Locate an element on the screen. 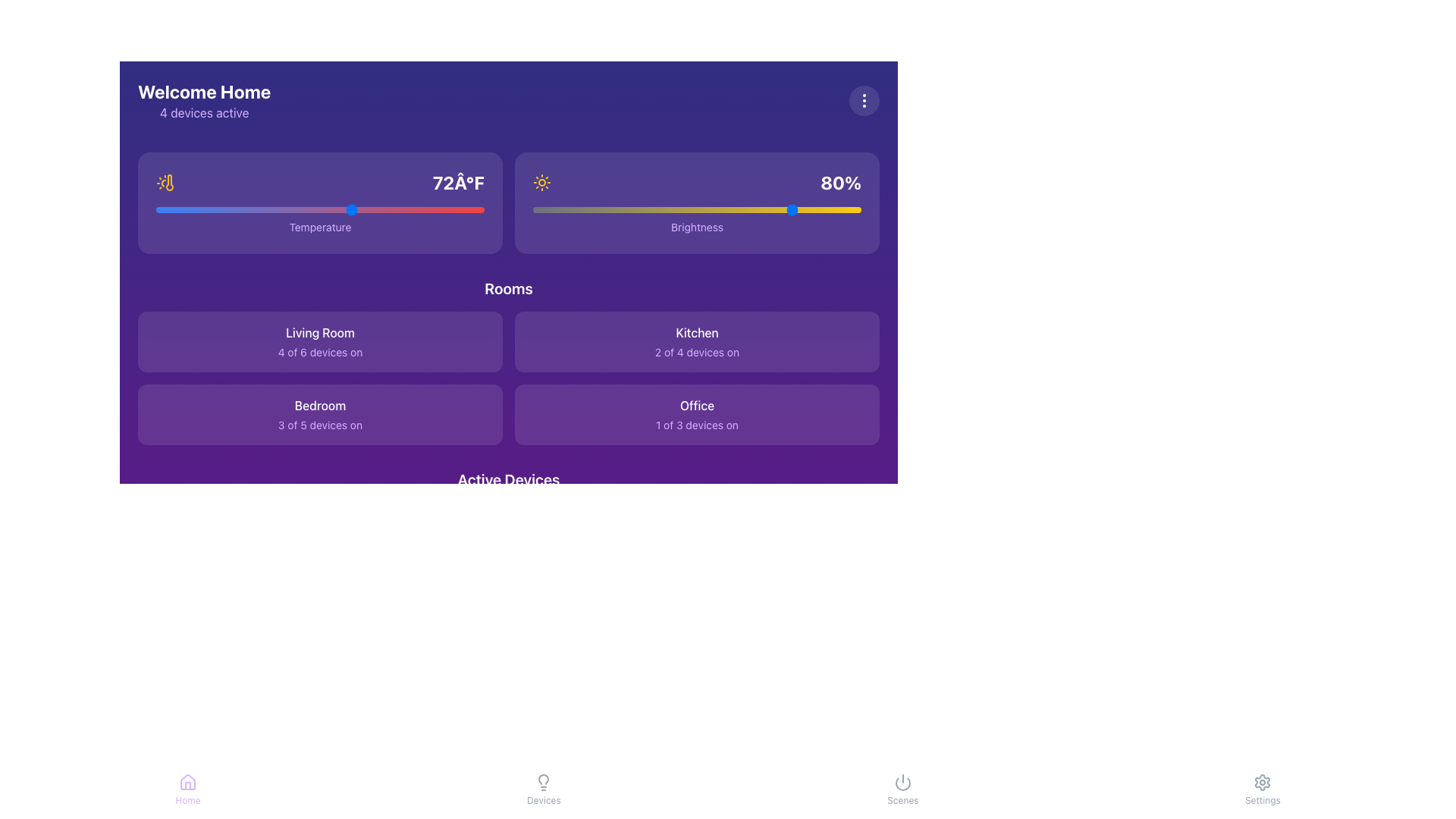  the 'Scenes' button, which is the third button in the navigation bar at the bottom of the interface is located at coordinates (902, 789).